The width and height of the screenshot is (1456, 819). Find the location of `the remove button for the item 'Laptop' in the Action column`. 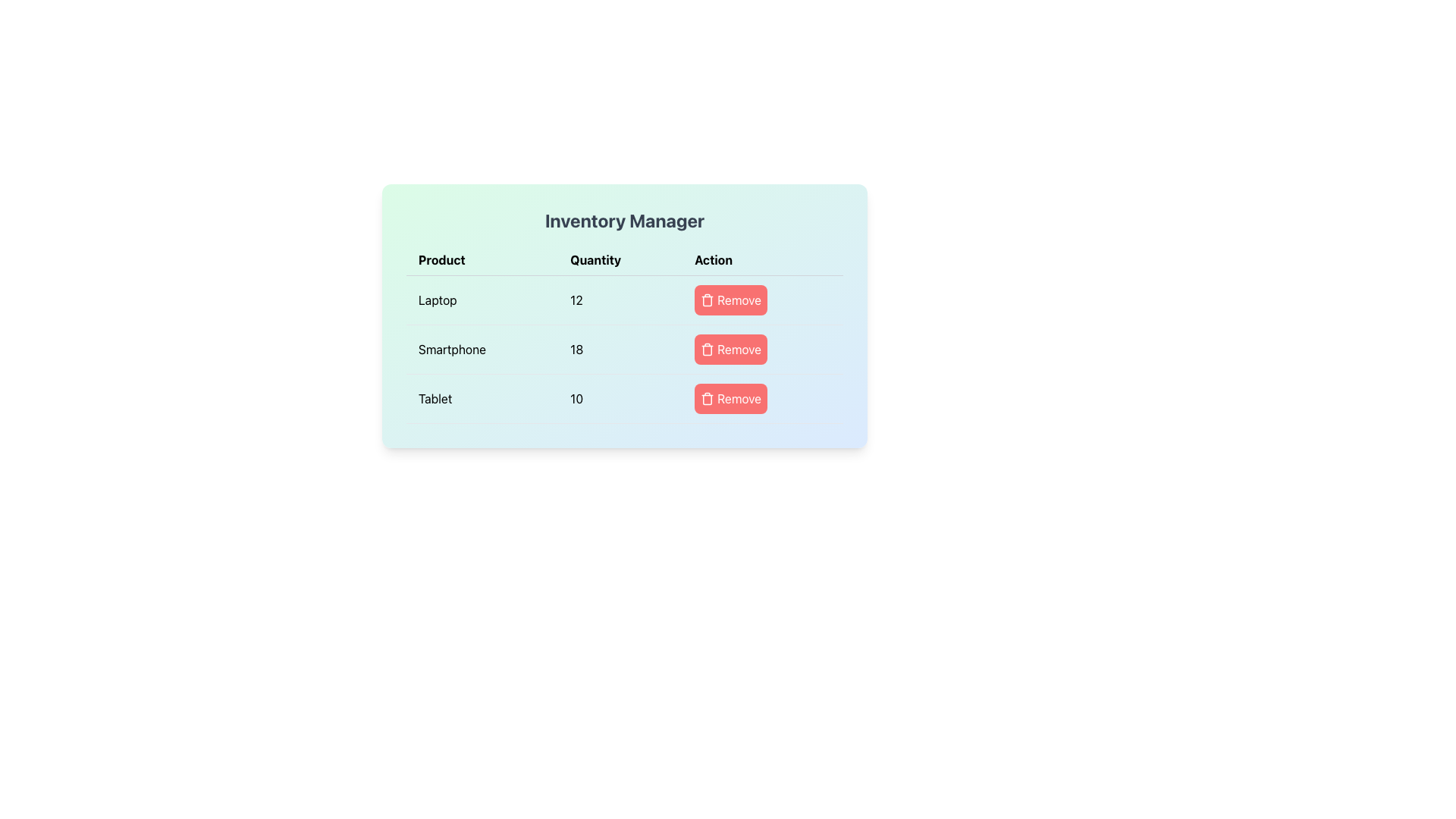

the remove button for the item 'Laptop' in the Action column is located at coordinates (731, 300).